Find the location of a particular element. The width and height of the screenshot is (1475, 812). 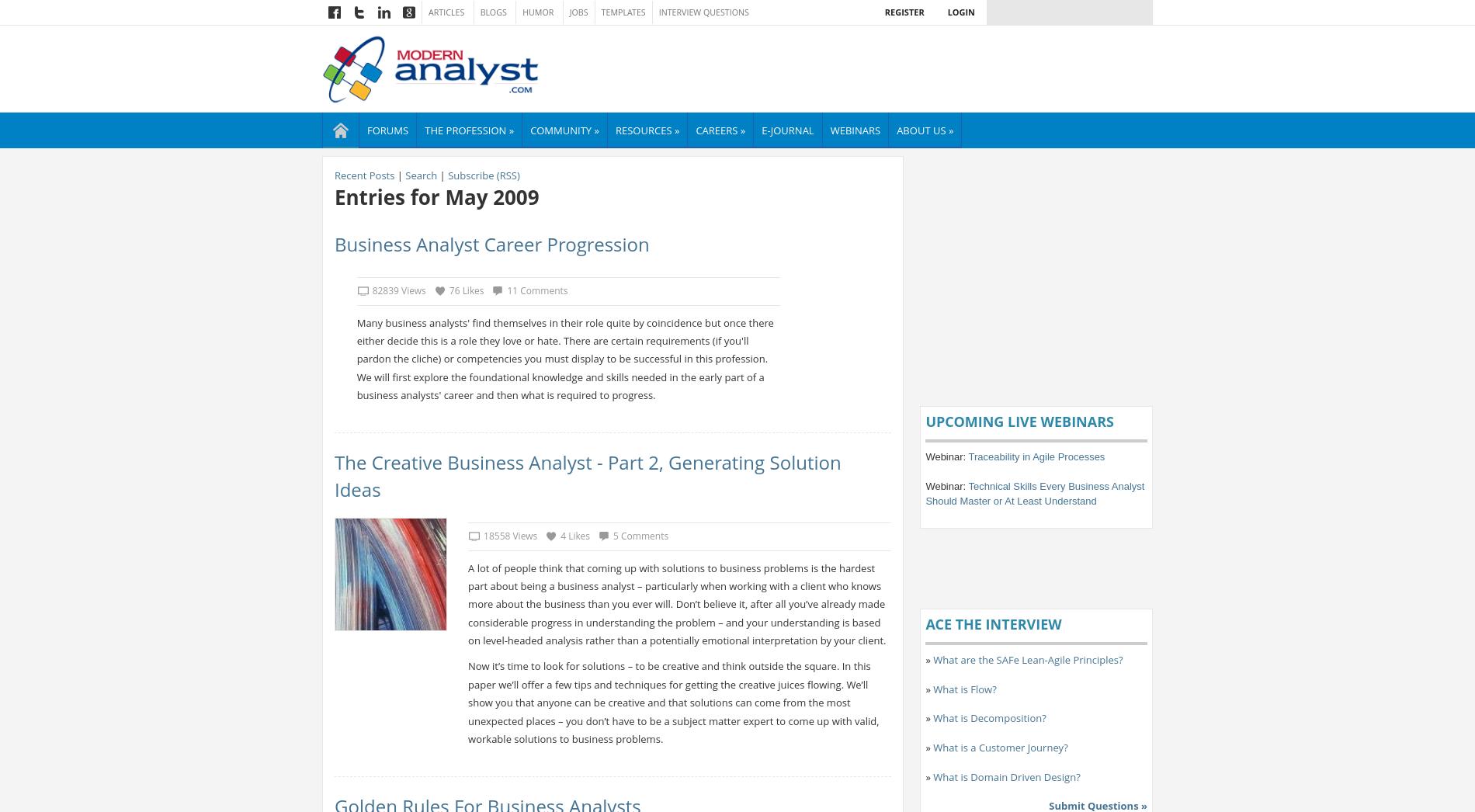

'11 Comments' is located at coordinates (536, 290).